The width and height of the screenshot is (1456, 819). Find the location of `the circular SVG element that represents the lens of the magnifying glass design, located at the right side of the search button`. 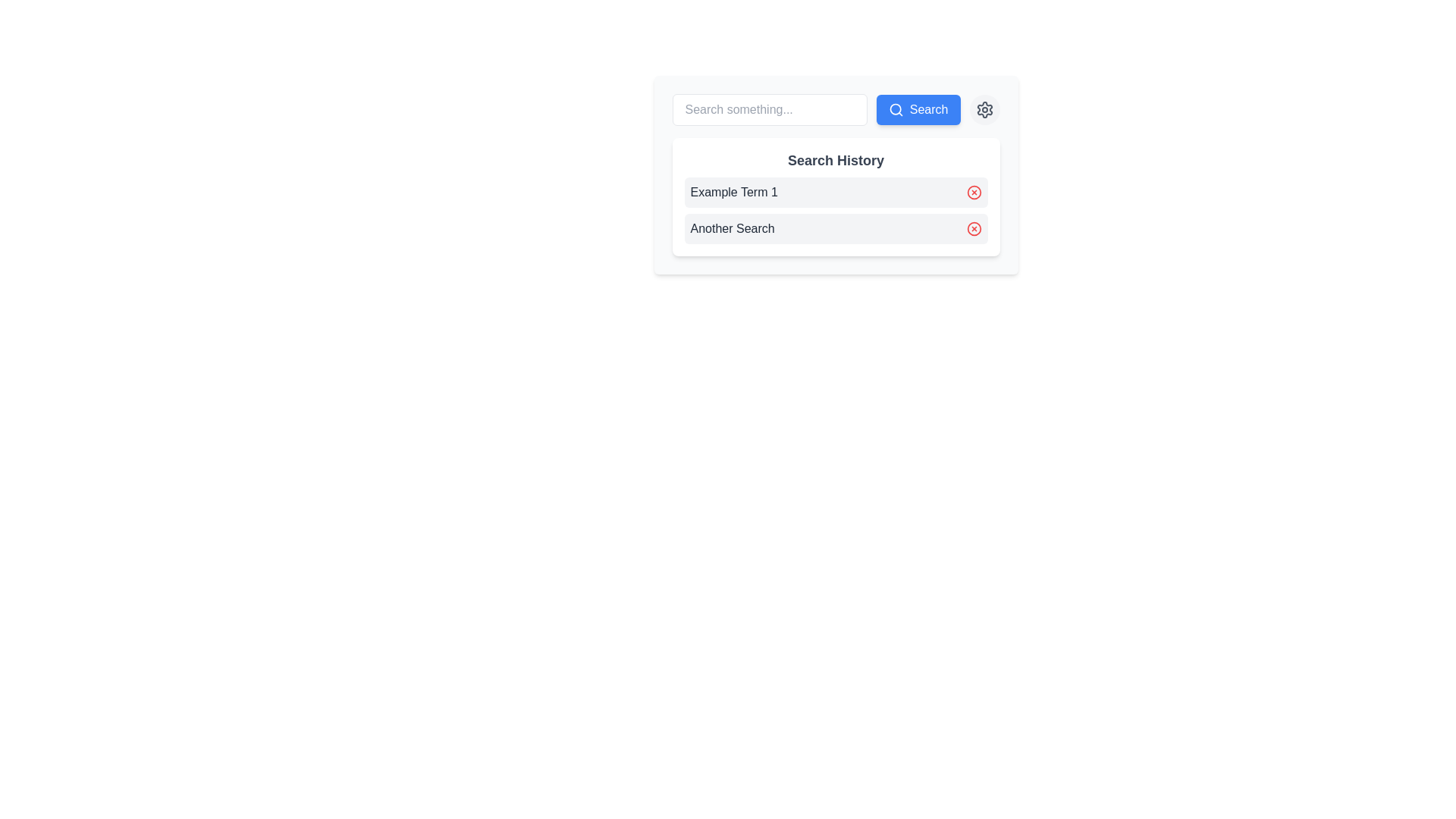

the circular SVG element that represents the lens of the magnifying glass design, located at the right side of the search button is located at coordinates (895, 108).